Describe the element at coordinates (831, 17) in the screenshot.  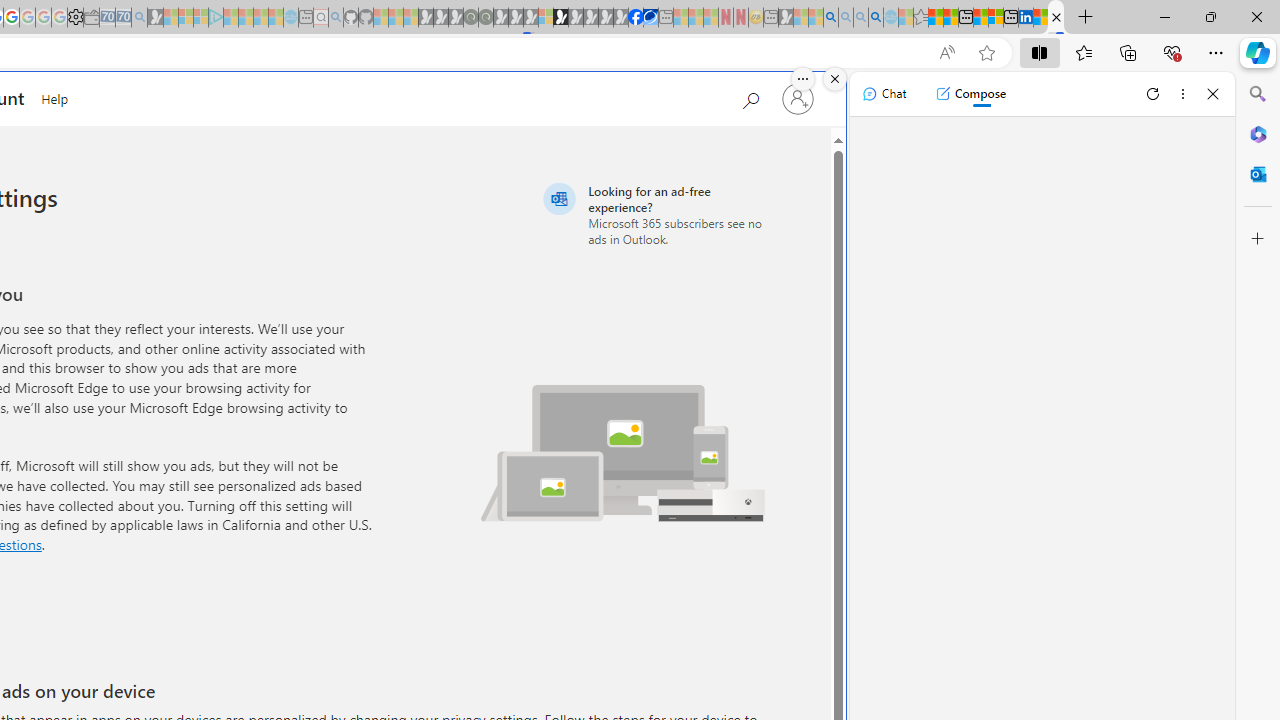
I see `'Bing AI - Search'` at that location.